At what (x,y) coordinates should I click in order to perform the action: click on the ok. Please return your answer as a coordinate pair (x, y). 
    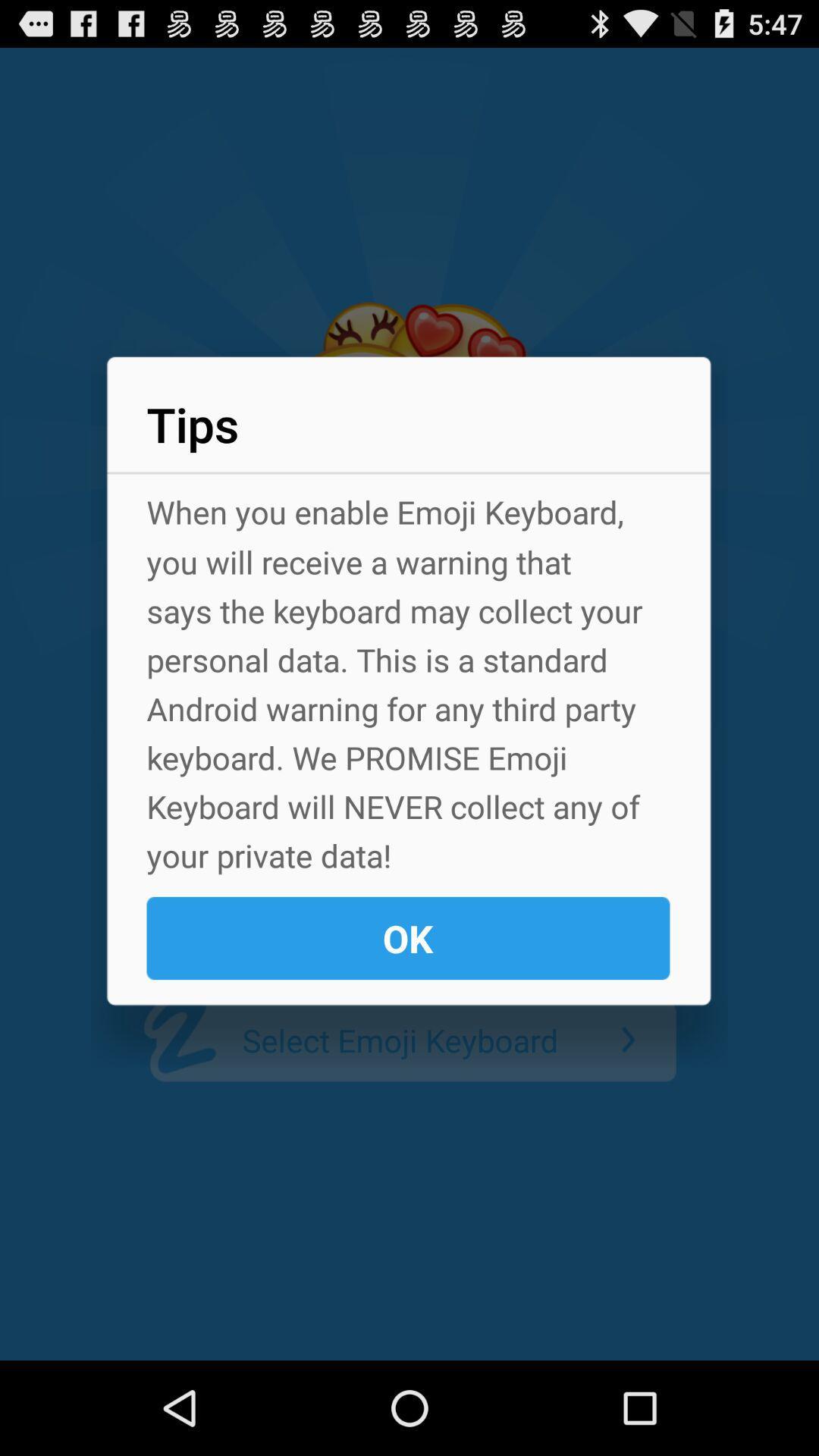
    Looking at the image, I should click on (407, 937).